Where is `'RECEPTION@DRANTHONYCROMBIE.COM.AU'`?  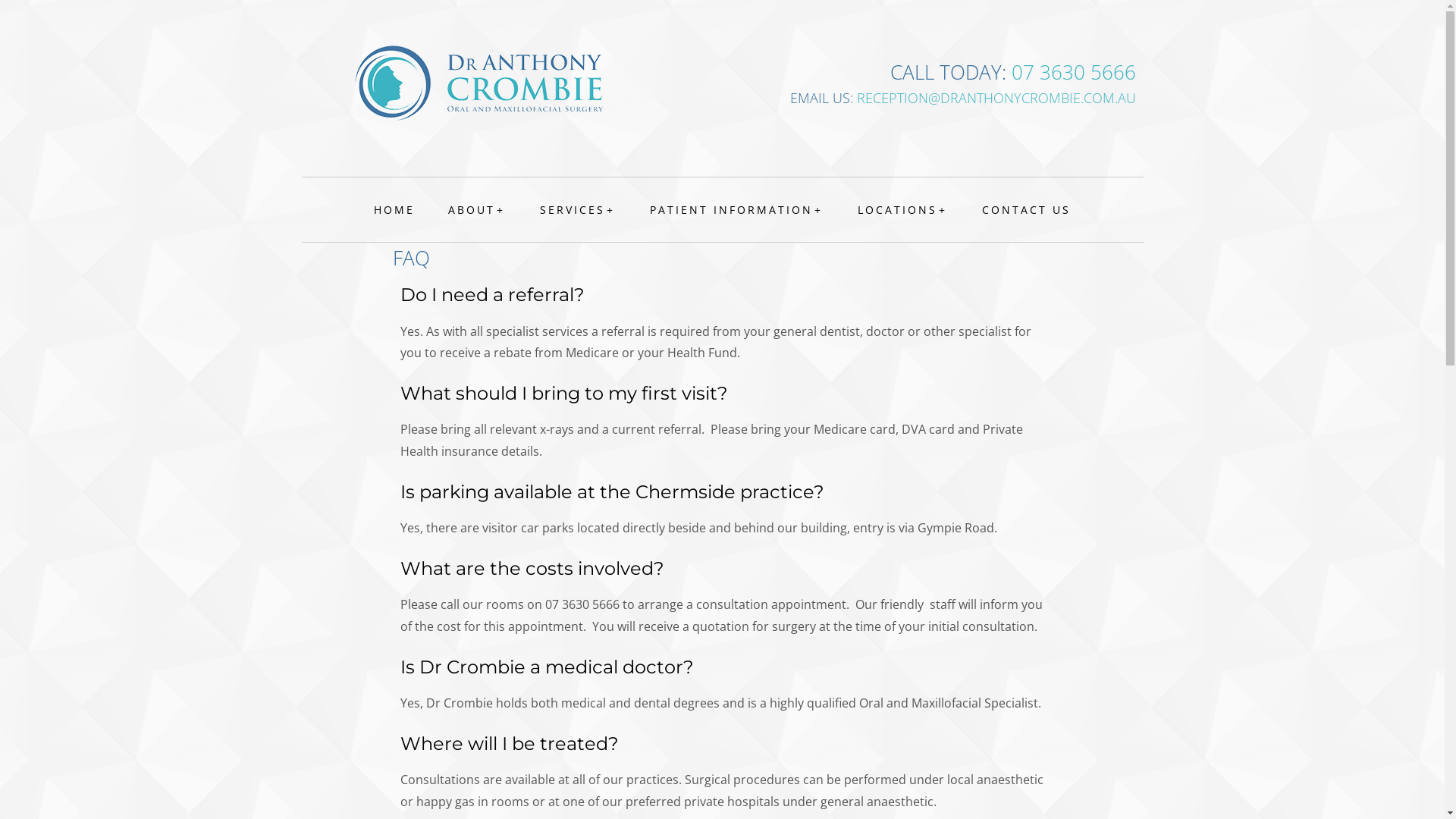 'RECEPTION@DRANTHONYCROMBIE.COM.AU' is located at coordinates (996, 97).